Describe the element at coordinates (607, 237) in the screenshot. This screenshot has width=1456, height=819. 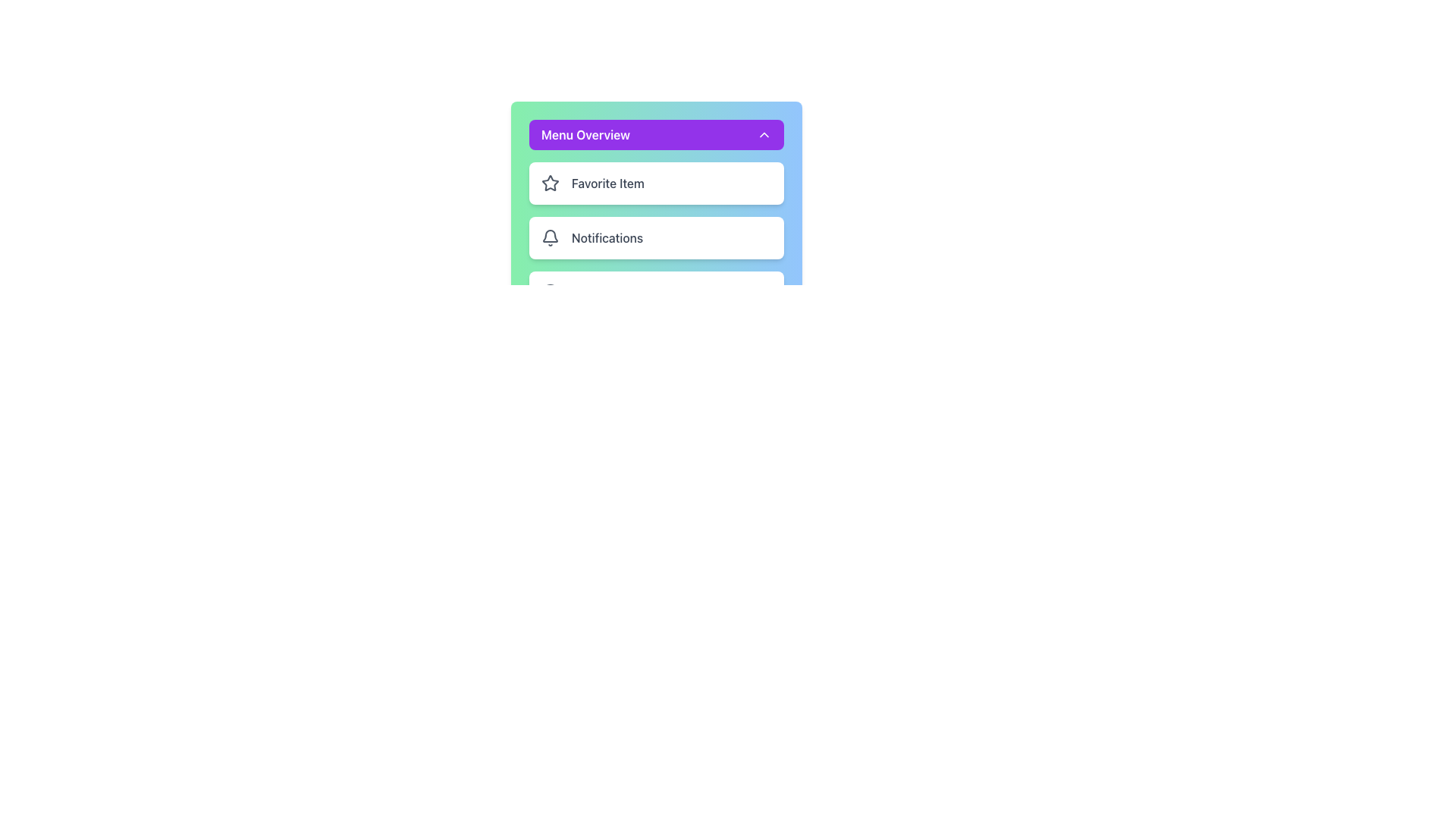
I see `the Text Label located on the right part of a rounded rectangular menu item, which indicates functionality and is positioned below a 'Favorite Item' option` at that location.